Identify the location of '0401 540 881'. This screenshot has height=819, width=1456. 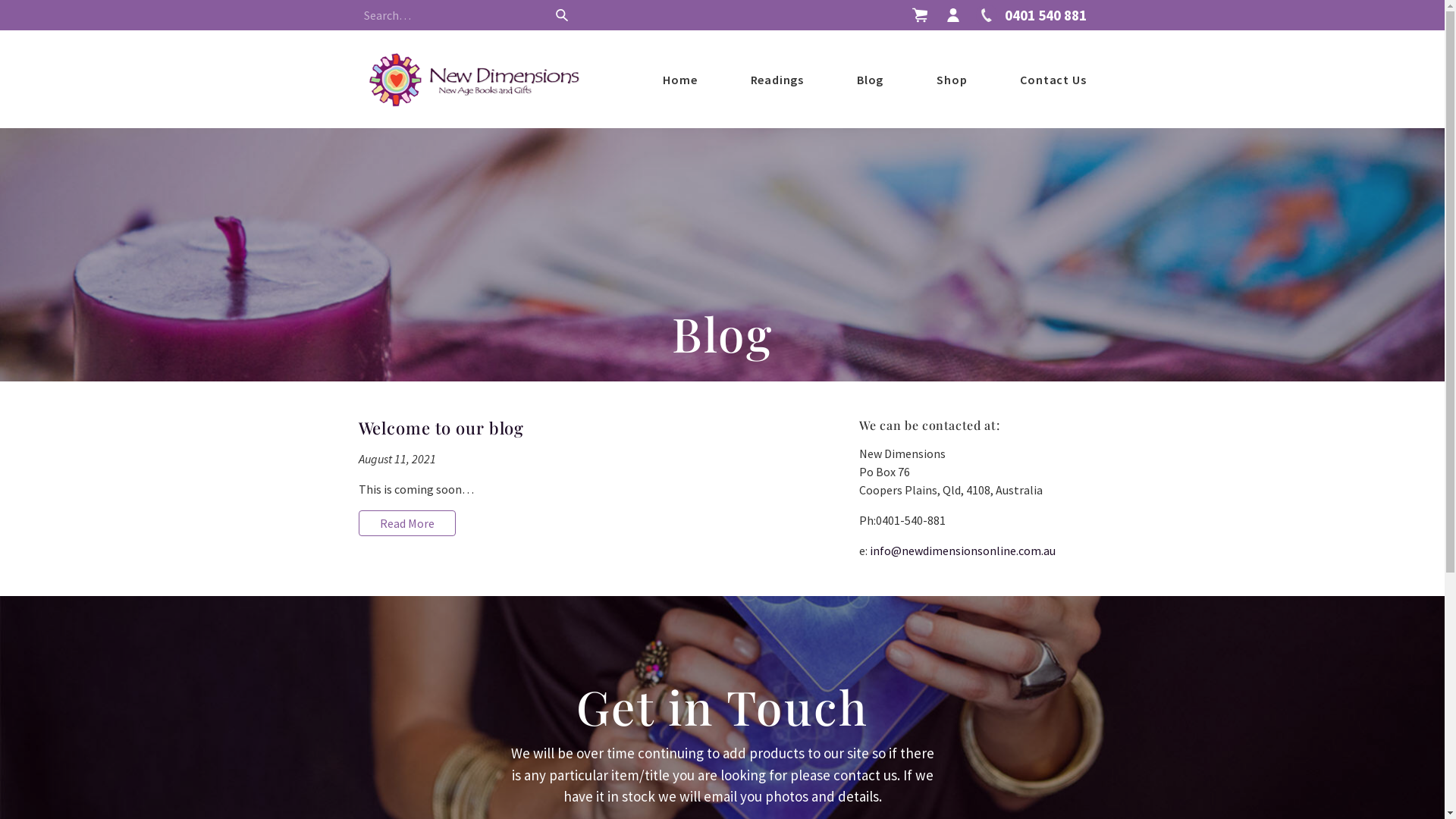
(975, 14).